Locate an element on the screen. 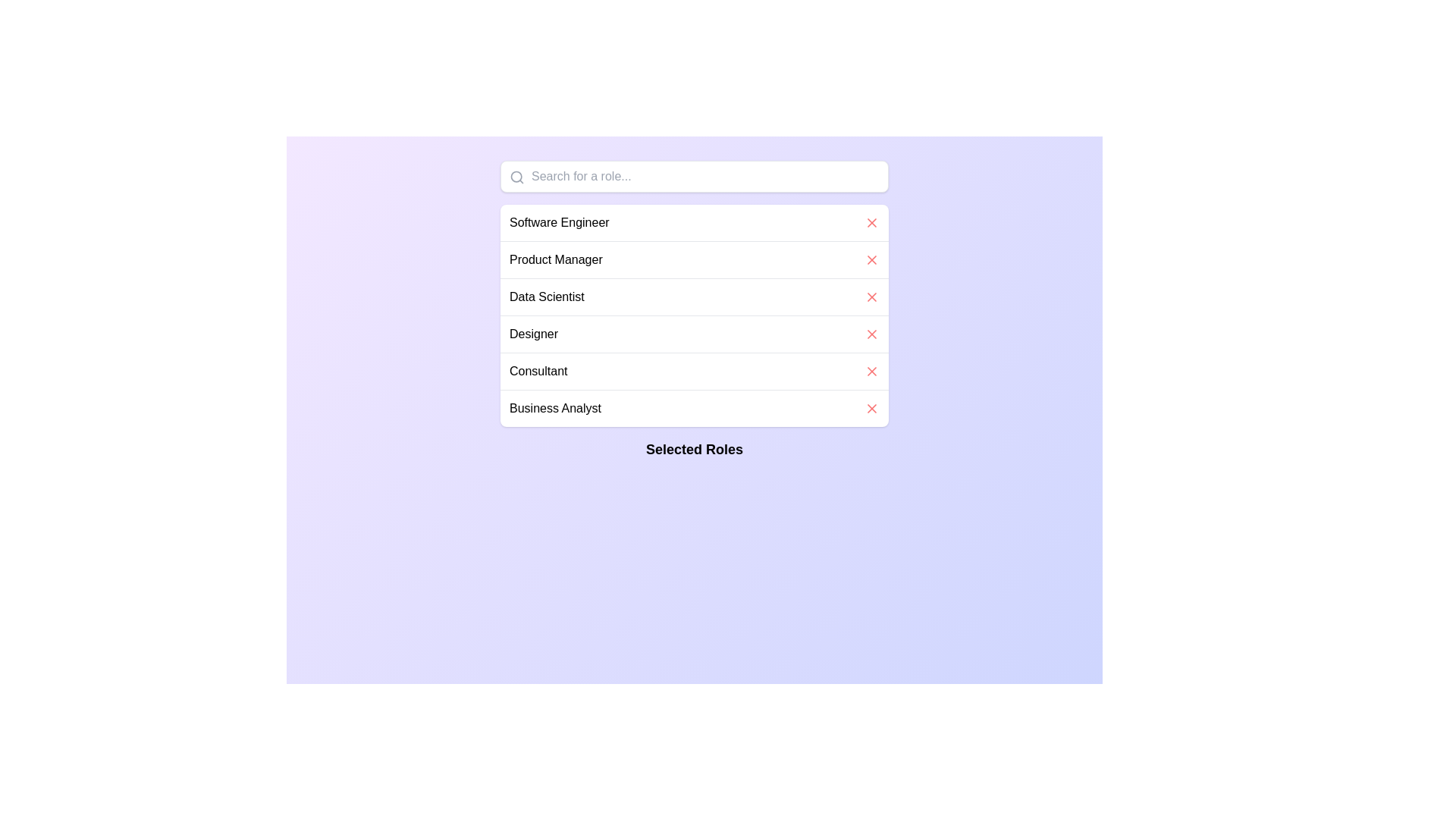 This screenshot has height=819, width=1456. the red 'X' button for deletion located to the right of 'Product Manager' is located at coordinates (872, 259).